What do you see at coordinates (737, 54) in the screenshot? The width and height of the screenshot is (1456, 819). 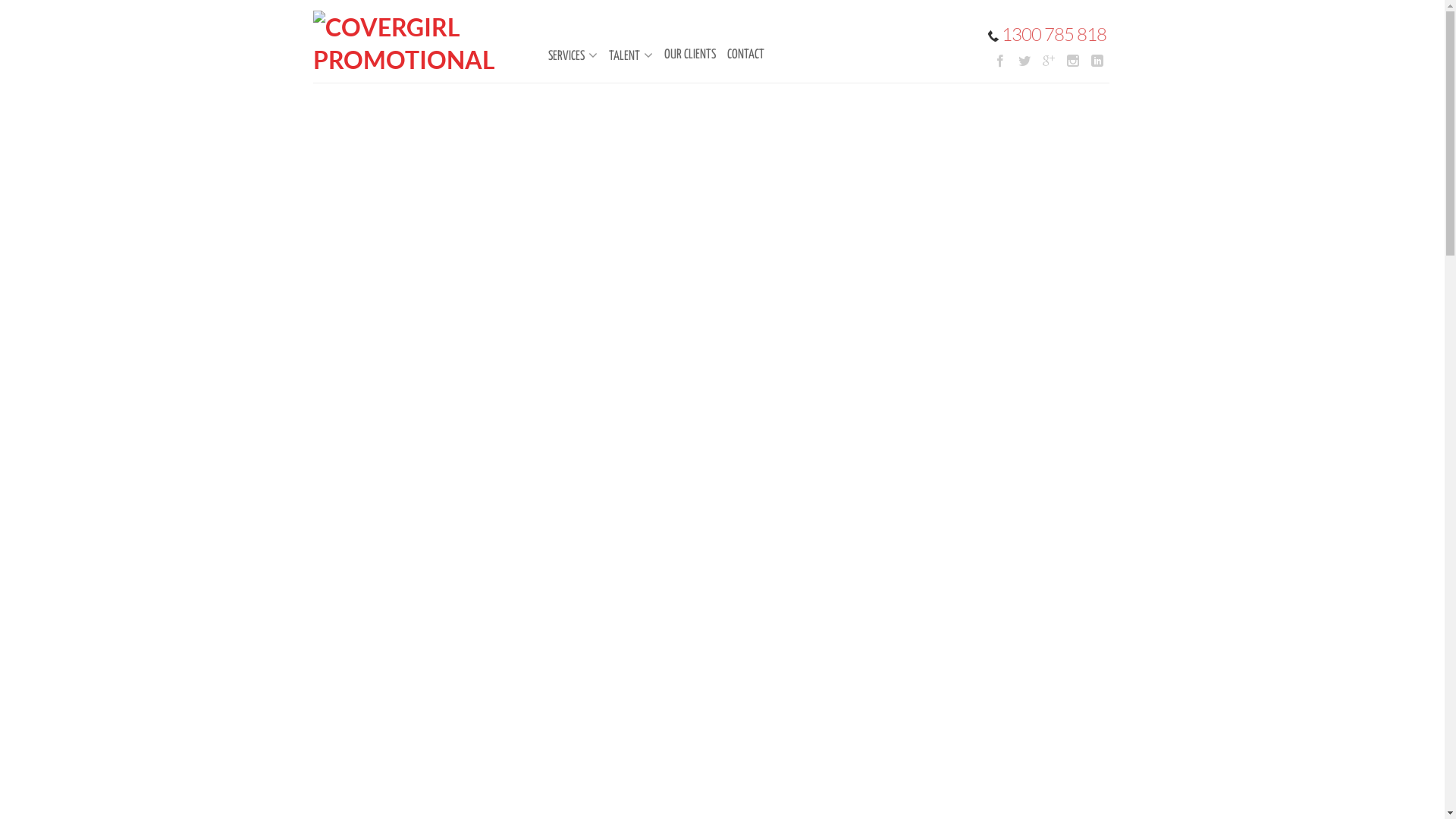 I see `'CONTACT'` at bounding box center [737, 54].